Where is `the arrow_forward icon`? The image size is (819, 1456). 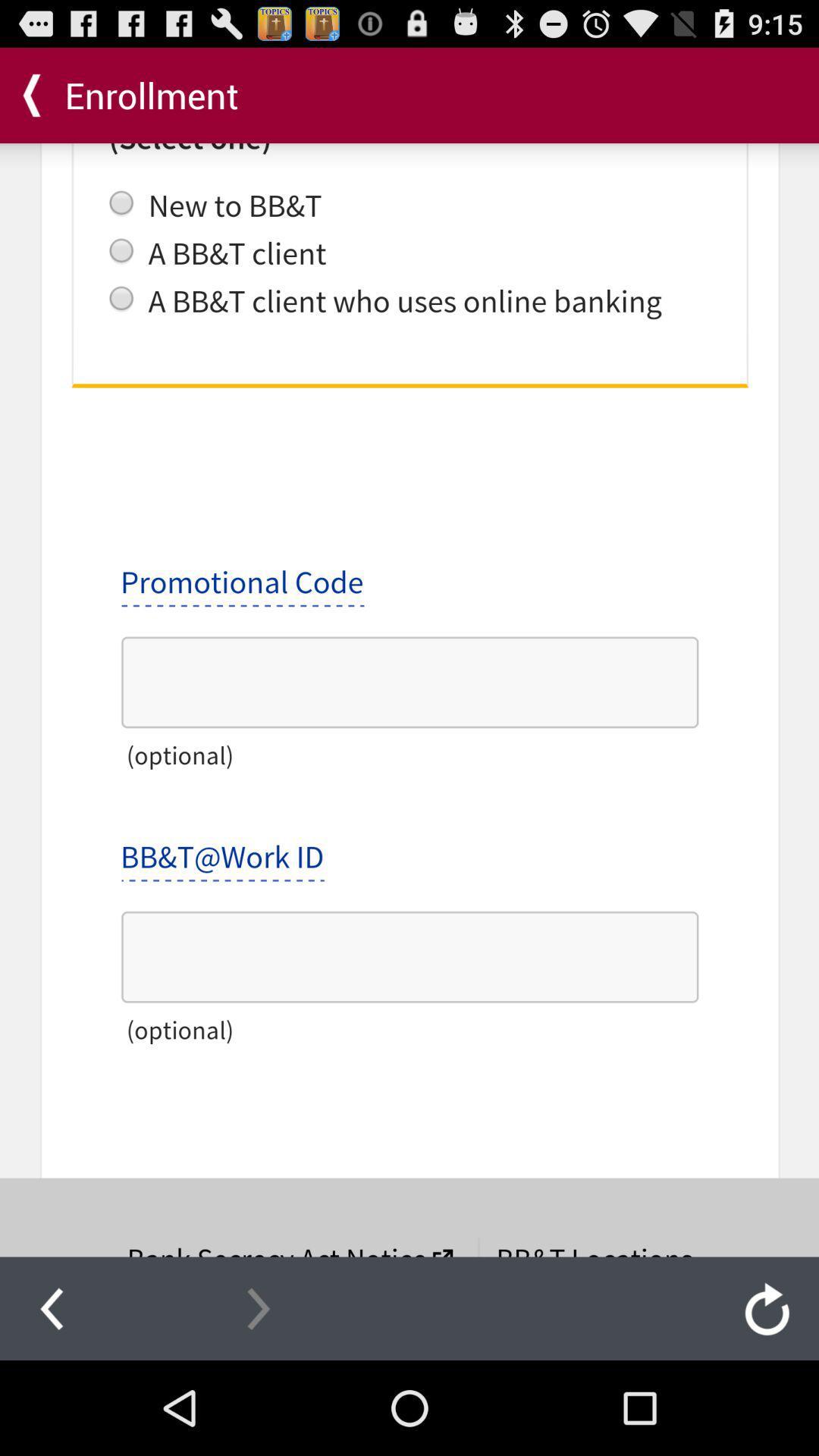
the arrow_forward icon is located at coordinates (258, 1400).